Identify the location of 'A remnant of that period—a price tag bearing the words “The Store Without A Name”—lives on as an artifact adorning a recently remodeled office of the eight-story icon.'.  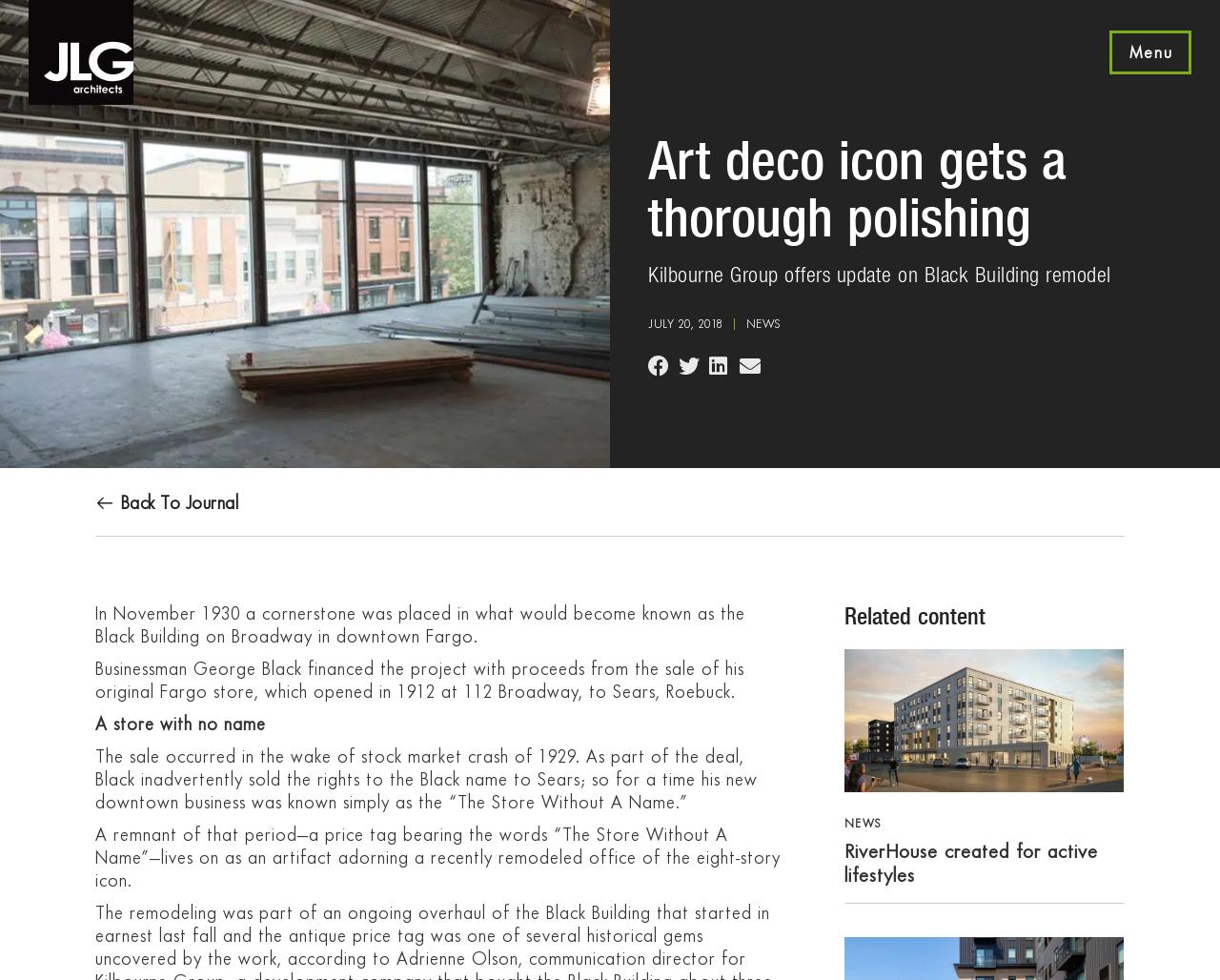
(93, 858).